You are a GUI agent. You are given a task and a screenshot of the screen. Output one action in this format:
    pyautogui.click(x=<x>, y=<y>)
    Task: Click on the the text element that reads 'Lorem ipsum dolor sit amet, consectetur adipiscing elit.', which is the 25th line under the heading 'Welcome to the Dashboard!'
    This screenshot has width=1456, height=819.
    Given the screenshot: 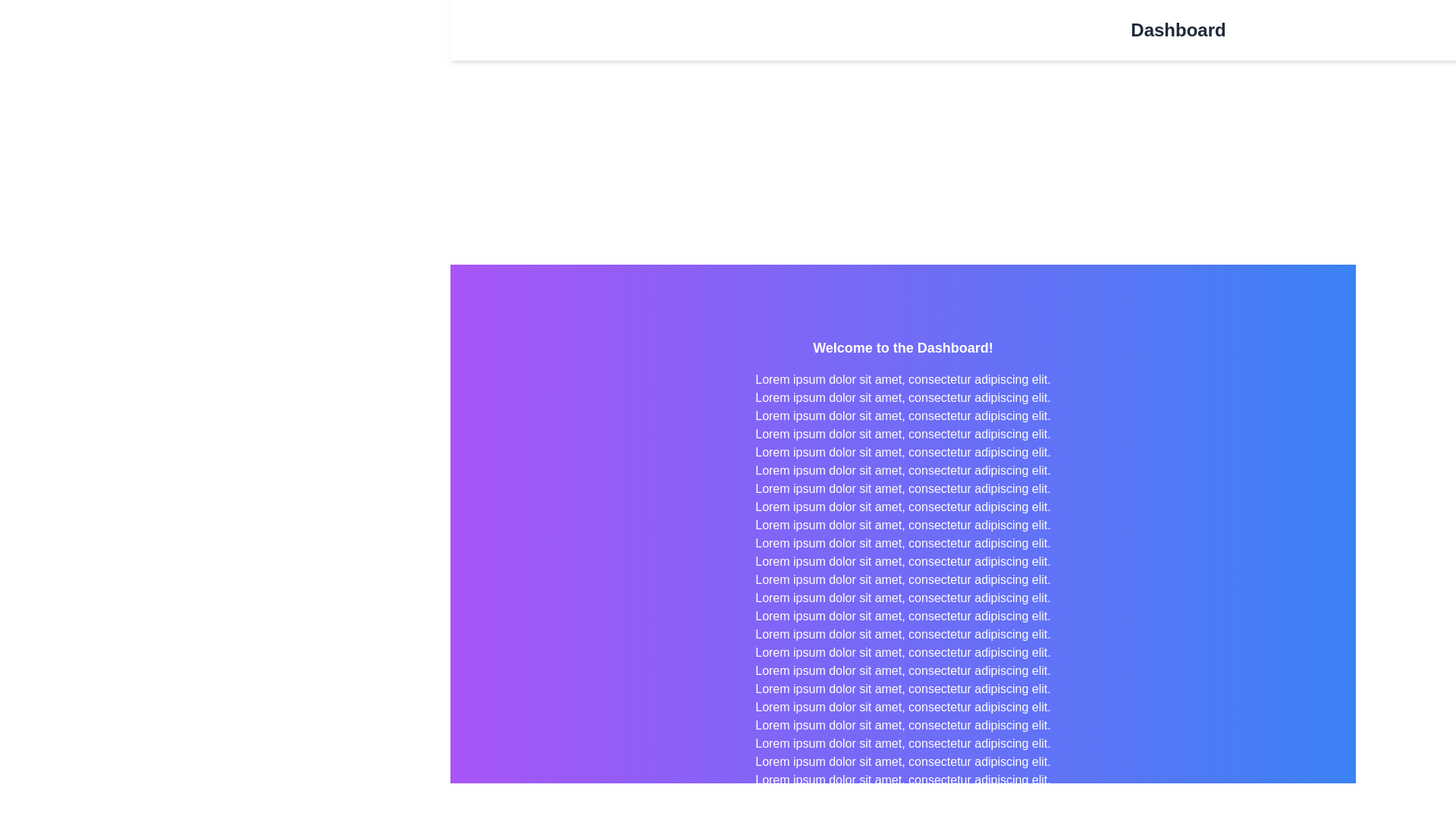 What is the action you would take?
    pyautogui.click(x=902, y=780)
    